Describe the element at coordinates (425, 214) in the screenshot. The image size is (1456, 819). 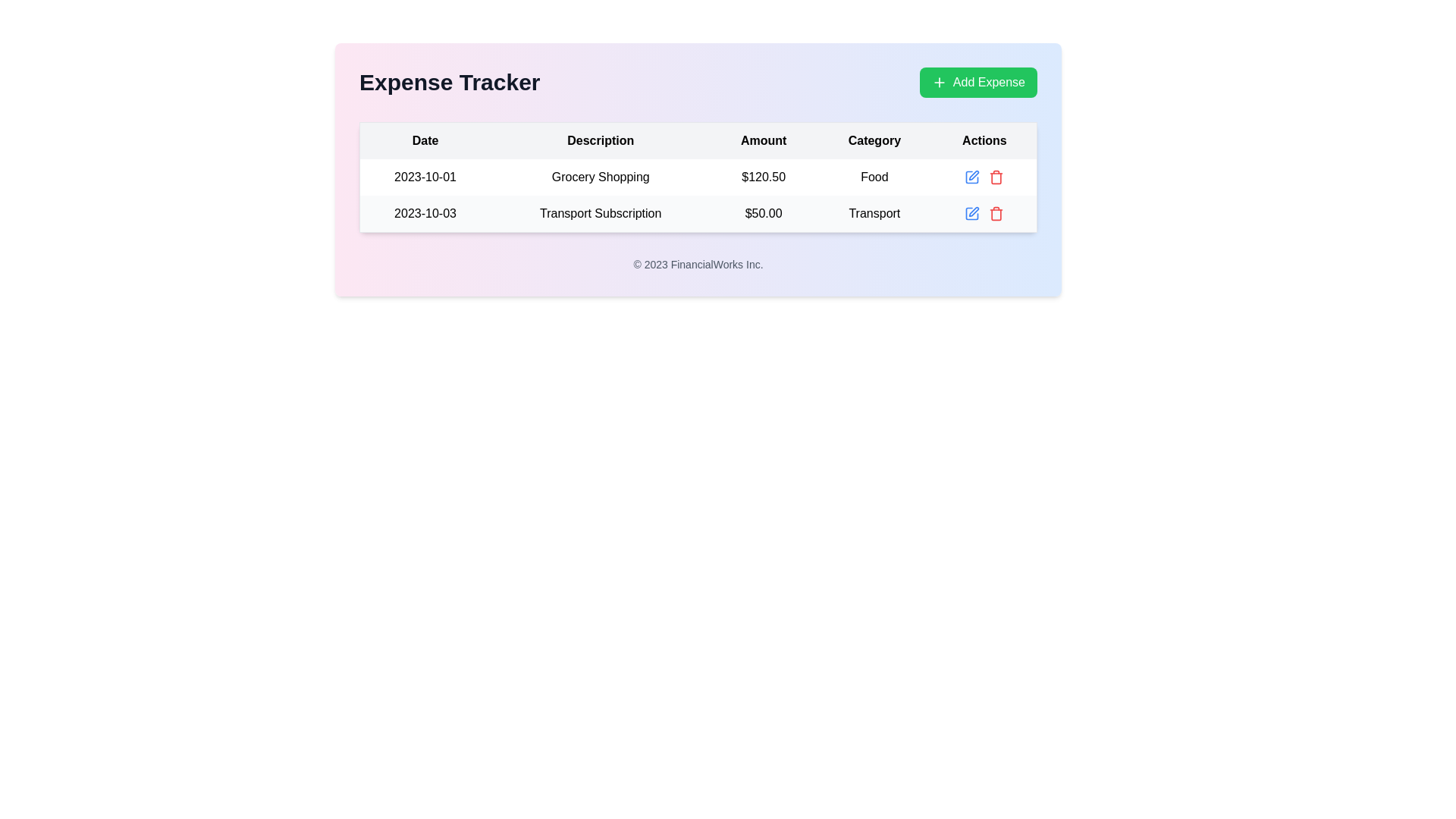
I see `the non-editable date entry text field in the first cell of the second row of the Expense Tracker table` at that location.